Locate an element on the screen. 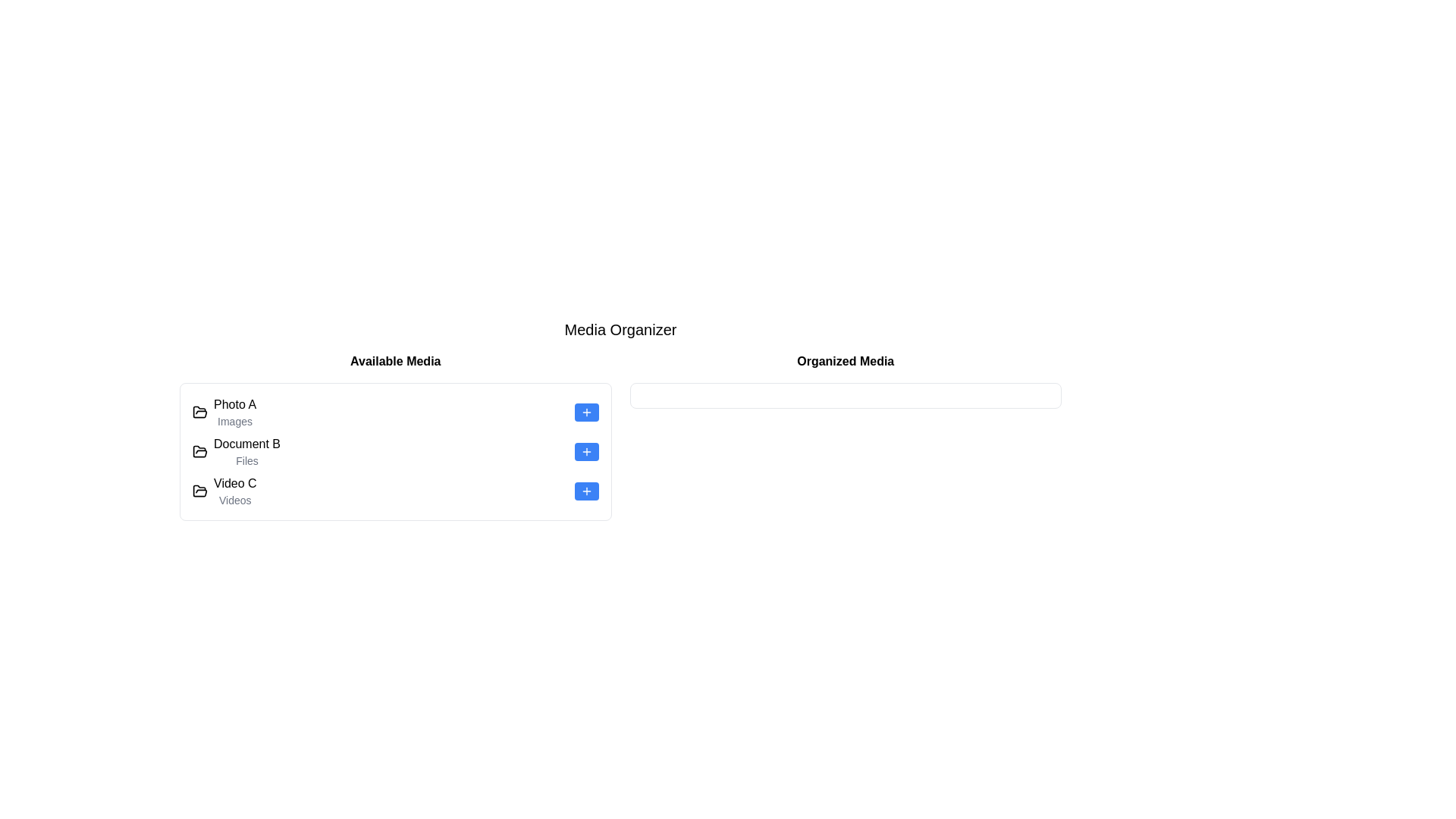 Image resolution: width=1456 pixels, height=819 pixels. the open folder icon located to the left of the text 'Photo A' in the 'Available Media' section is located at coordinates (199, 412).